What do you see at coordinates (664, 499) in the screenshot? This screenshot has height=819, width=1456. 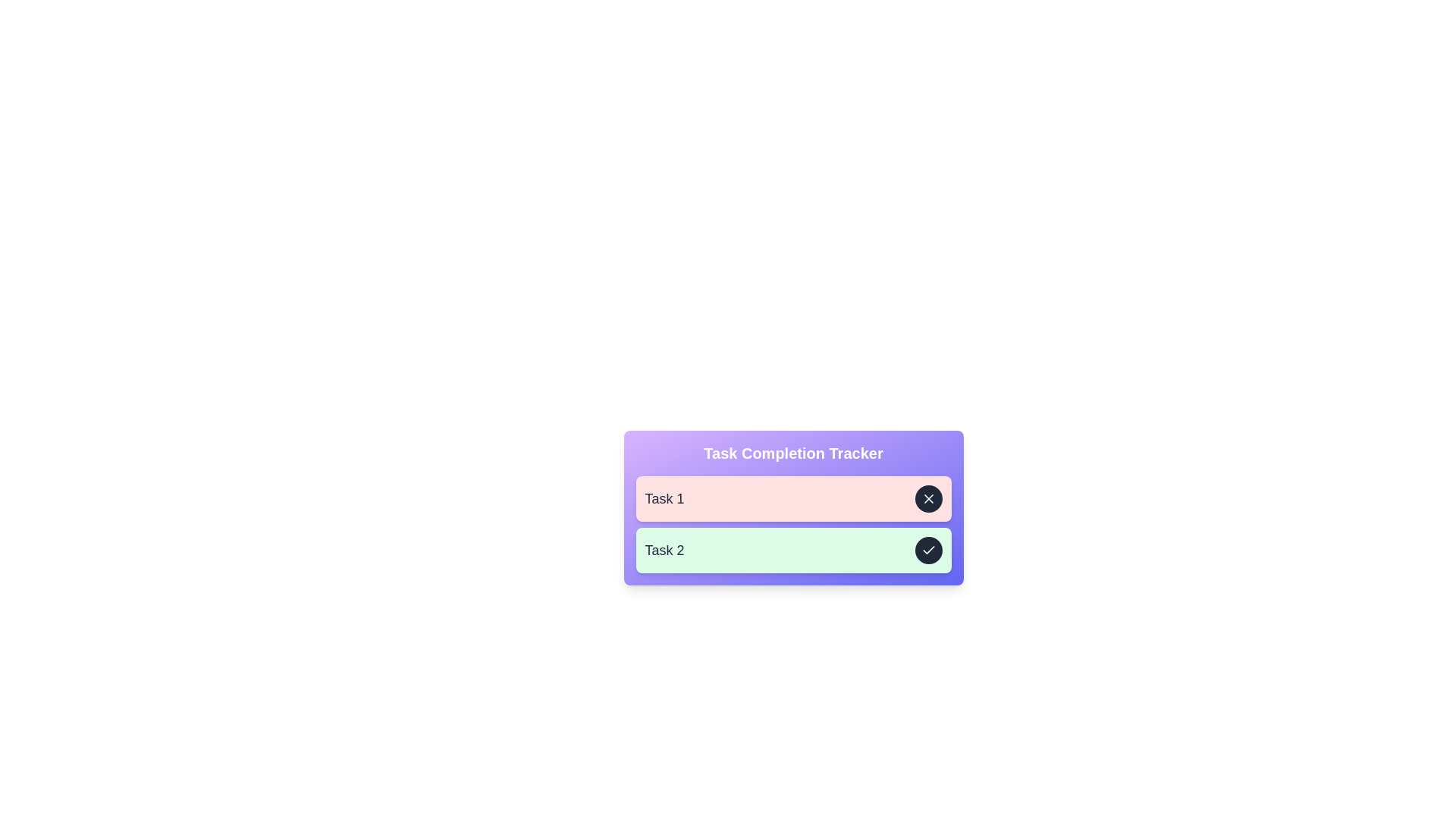 I see `the 'Task 1' label, which is displayed in bold black font on a light pink background` at bounding box center [664, 499].